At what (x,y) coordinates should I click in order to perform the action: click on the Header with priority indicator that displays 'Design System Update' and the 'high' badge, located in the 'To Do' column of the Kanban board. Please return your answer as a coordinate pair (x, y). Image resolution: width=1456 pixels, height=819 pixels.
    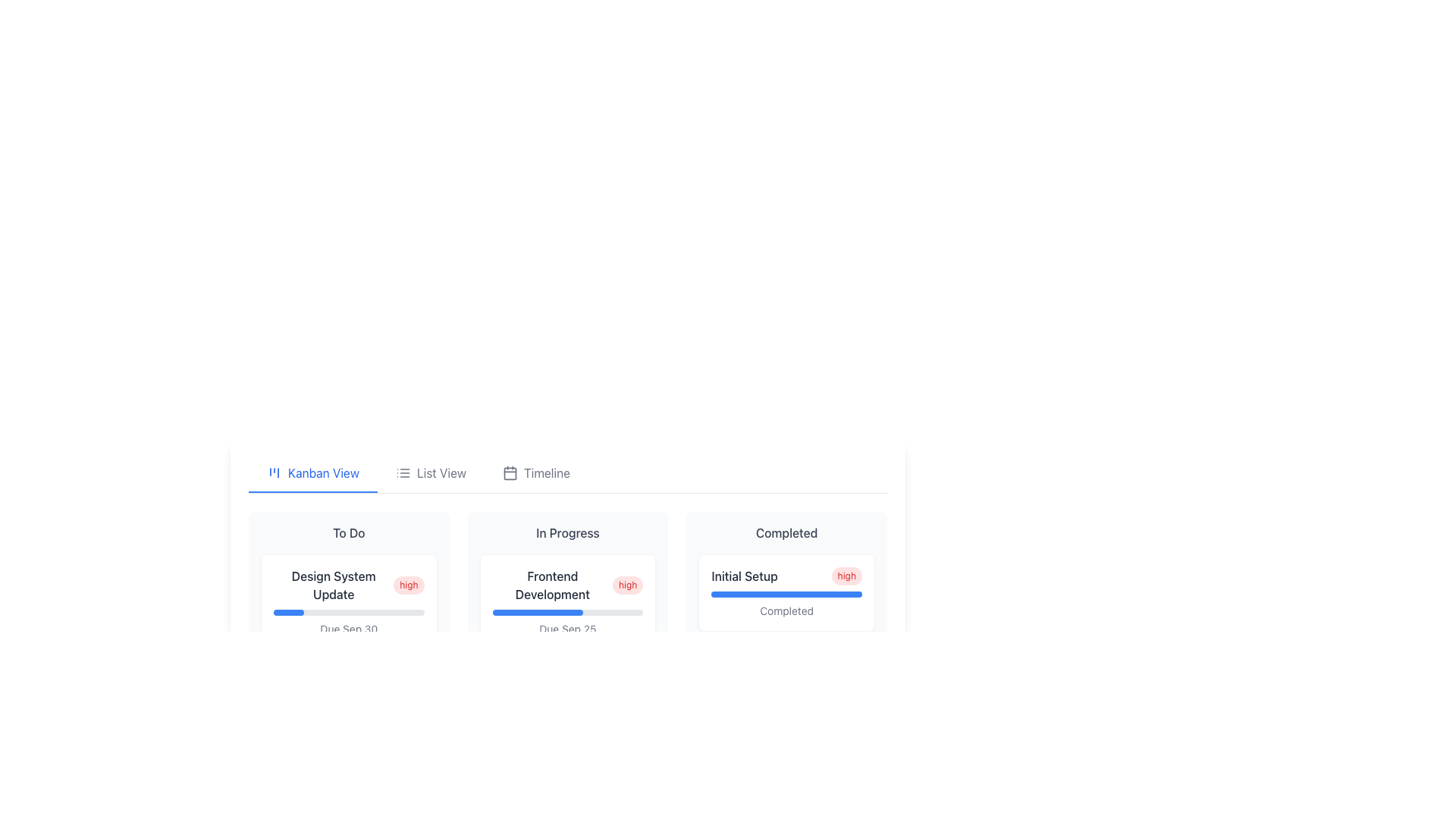
    Looking at the image, I should click on (348, 584).